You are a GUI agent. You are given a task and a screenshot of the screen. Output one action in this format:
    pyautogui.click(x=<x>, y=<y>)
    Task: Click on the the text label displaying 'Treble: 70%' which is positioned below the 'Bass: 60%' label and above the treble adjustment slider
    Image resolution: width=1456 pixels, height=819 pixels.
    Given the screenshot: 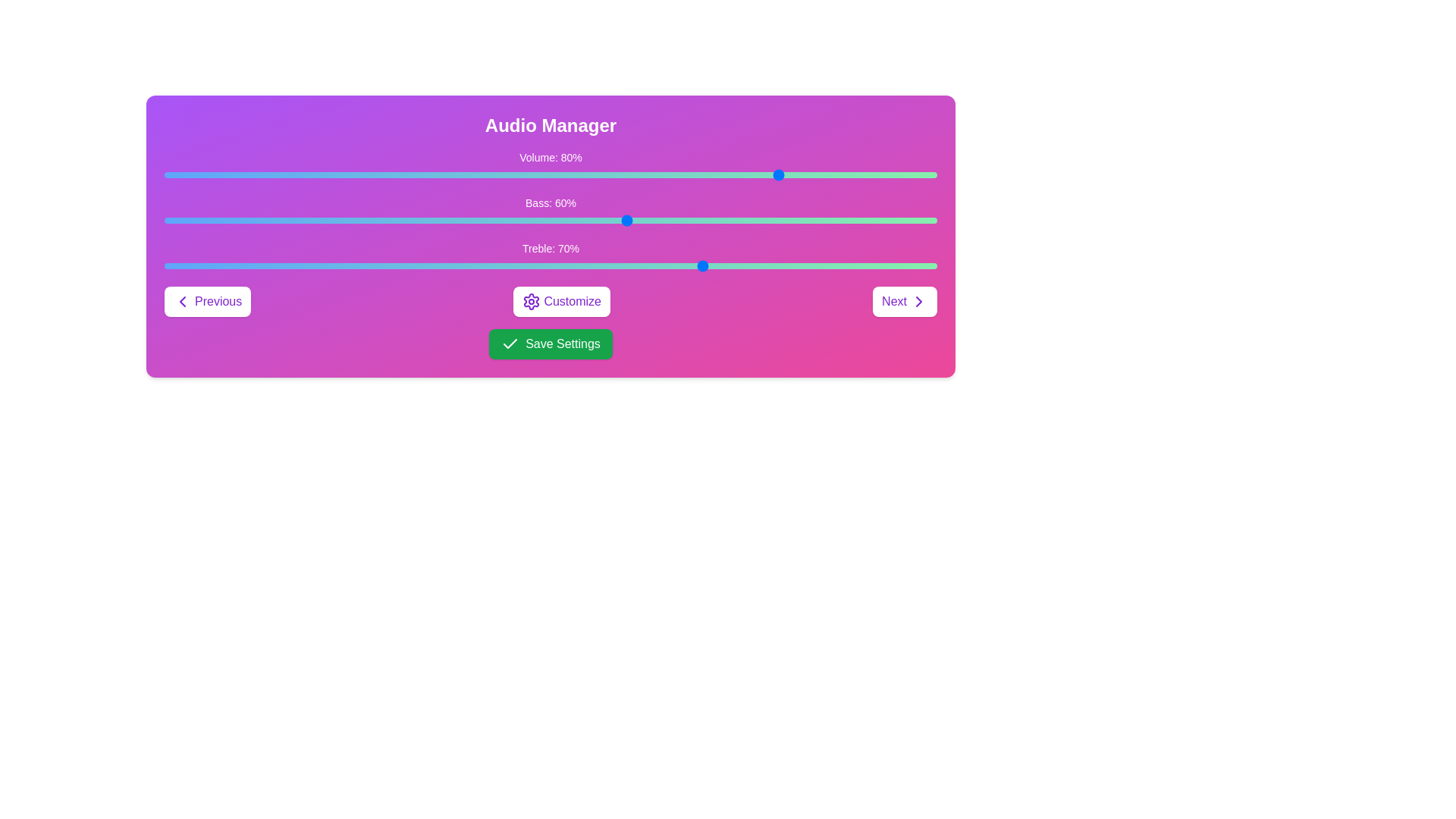 What is the action you would take?
    pyautogui.click(x=550, y=247)
    